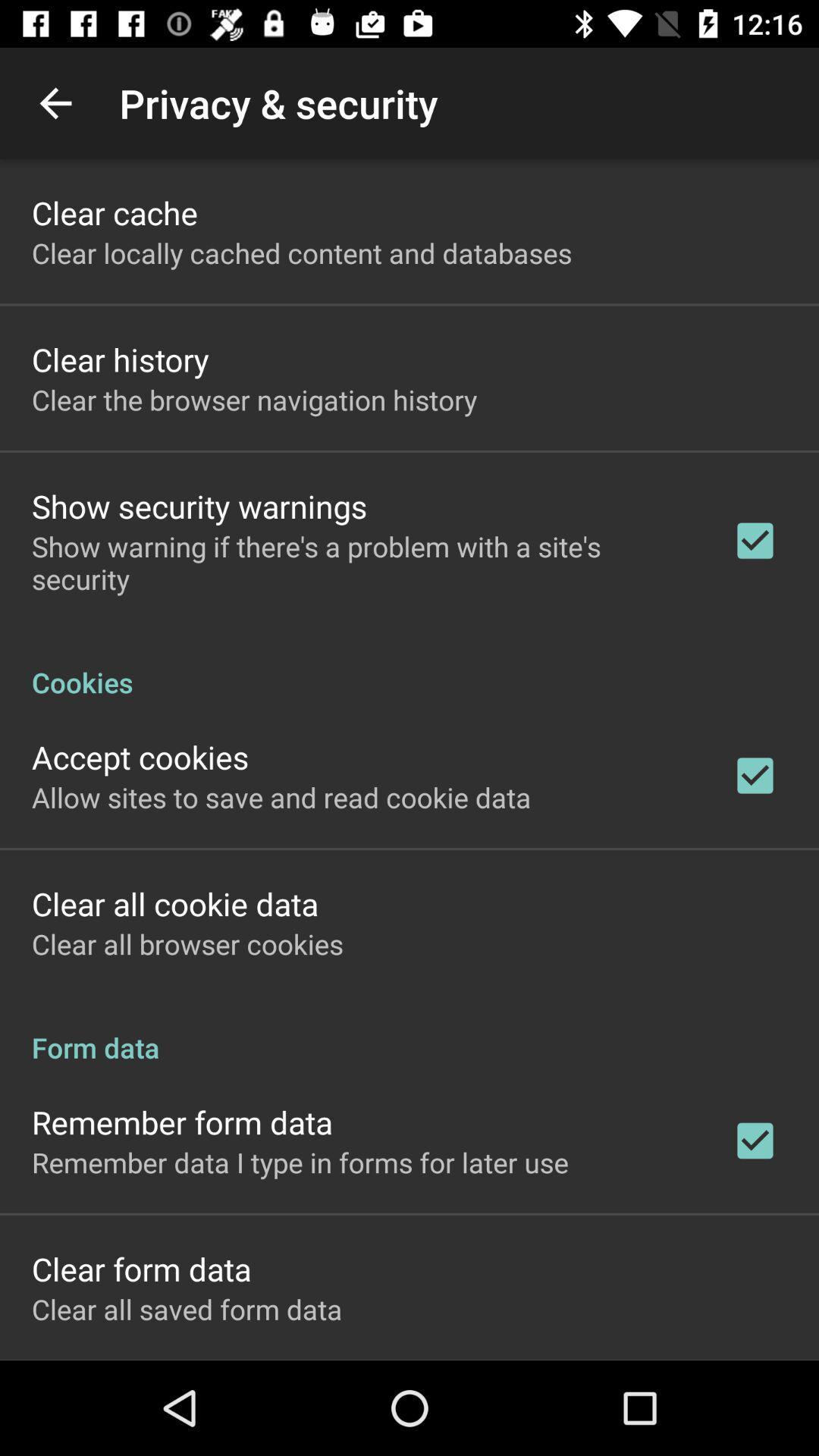 This screenshot has width=819, height=1456. Describe the element at coordinates (114, 212) in the screenshot. I see `the item above clear locally cached item` at that location.